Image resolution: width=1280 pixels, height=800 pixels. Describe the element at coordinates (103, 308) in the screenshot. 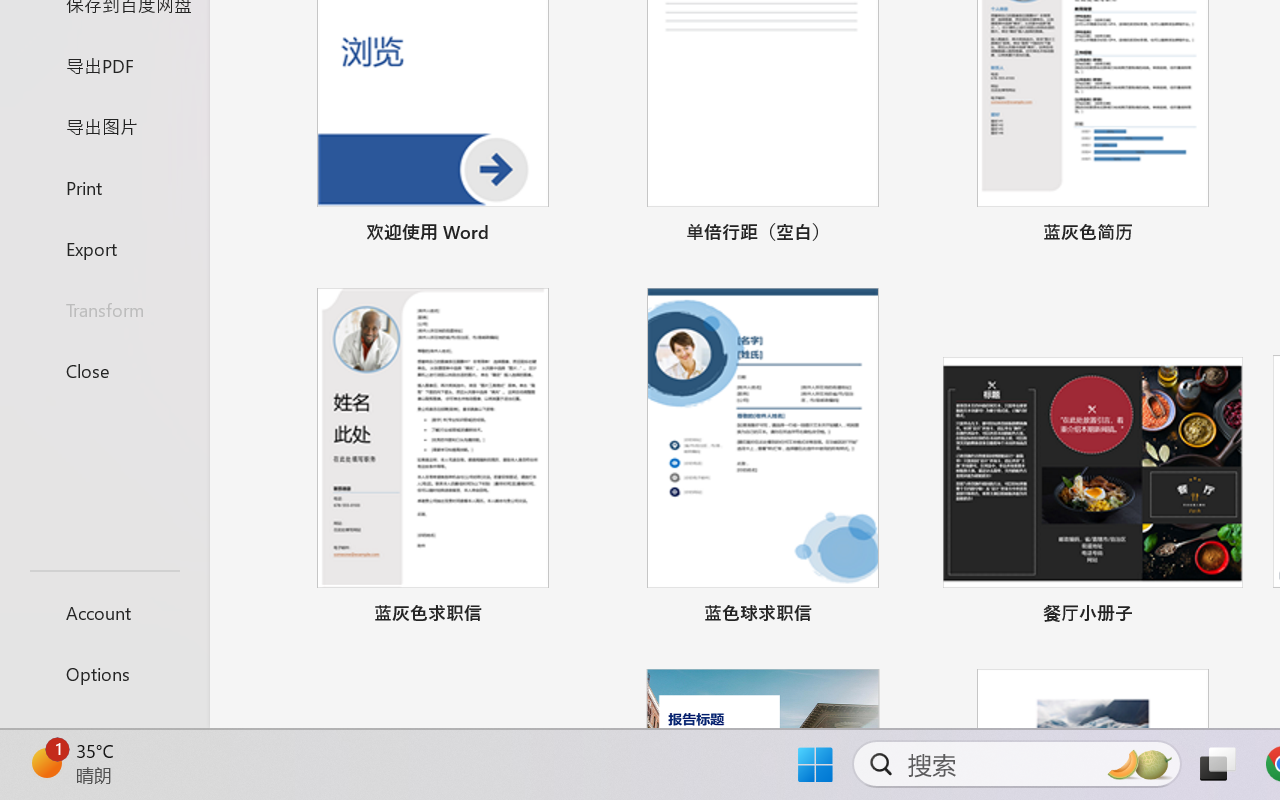

I see `'Transform'` at that location.